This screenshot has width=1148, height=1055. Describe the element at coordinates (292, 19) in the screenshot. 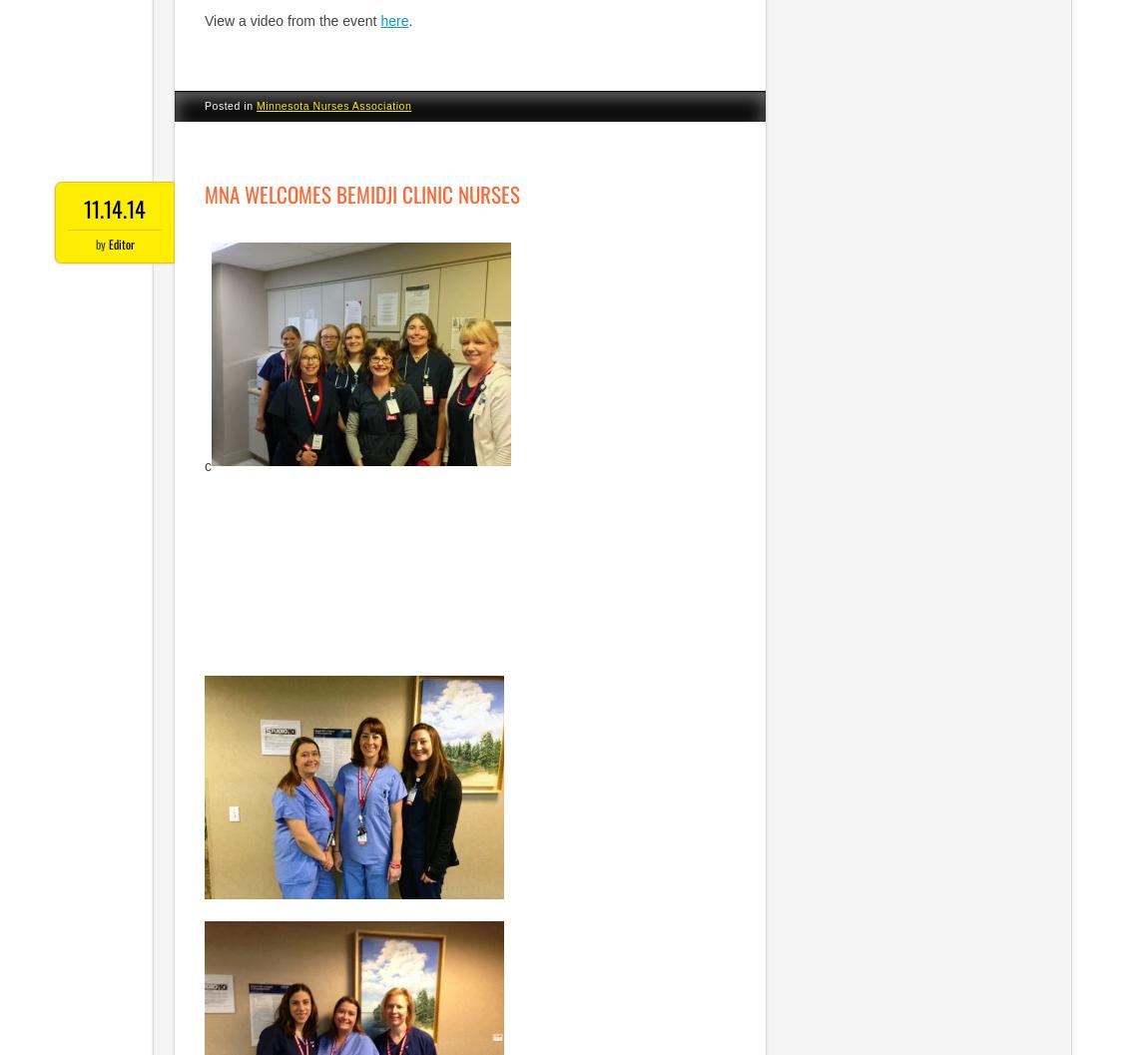

I see `'View a video from the event'` at that location.